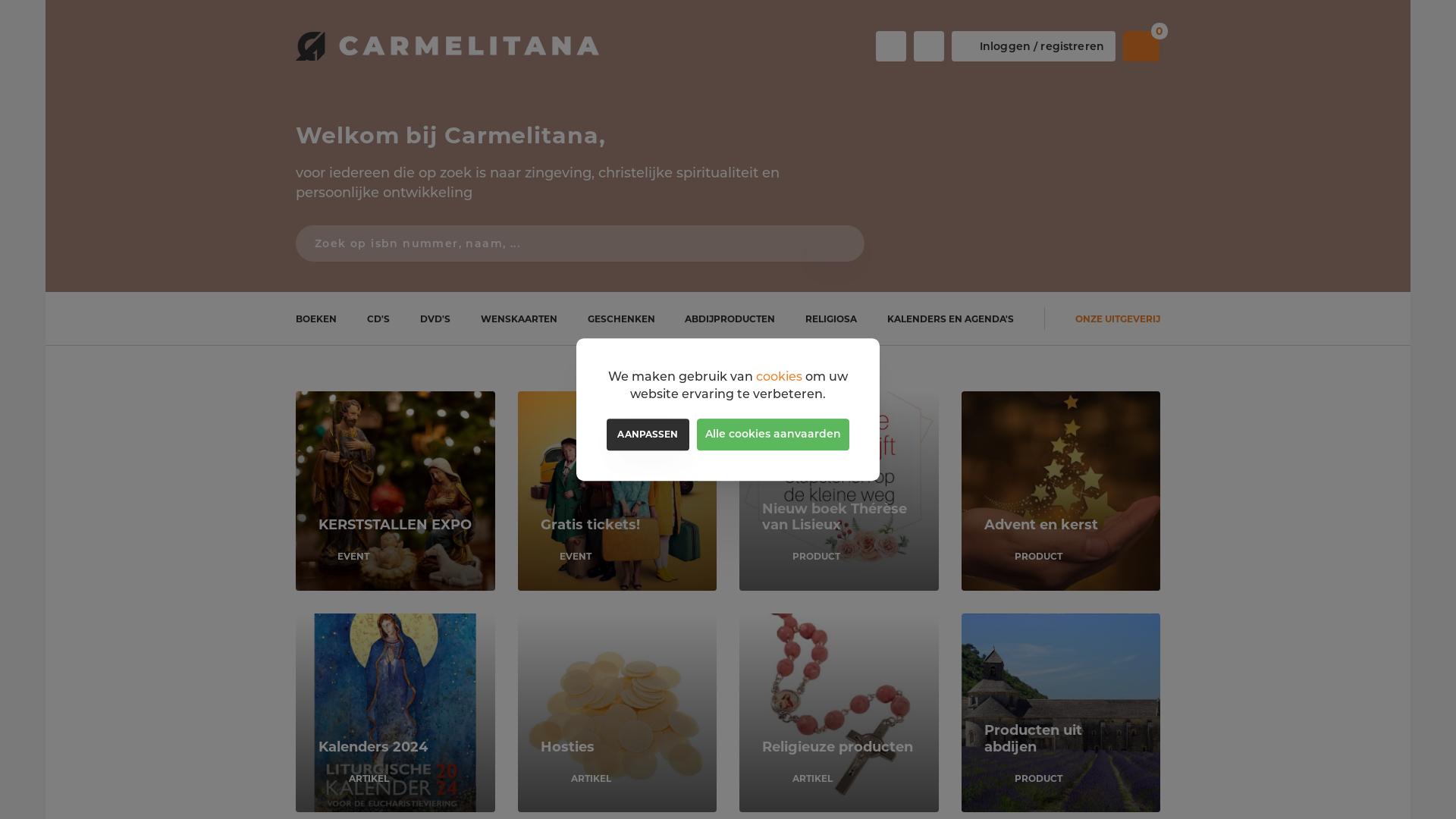  I want to click on 'AANPASSEN', so click(648, 435).